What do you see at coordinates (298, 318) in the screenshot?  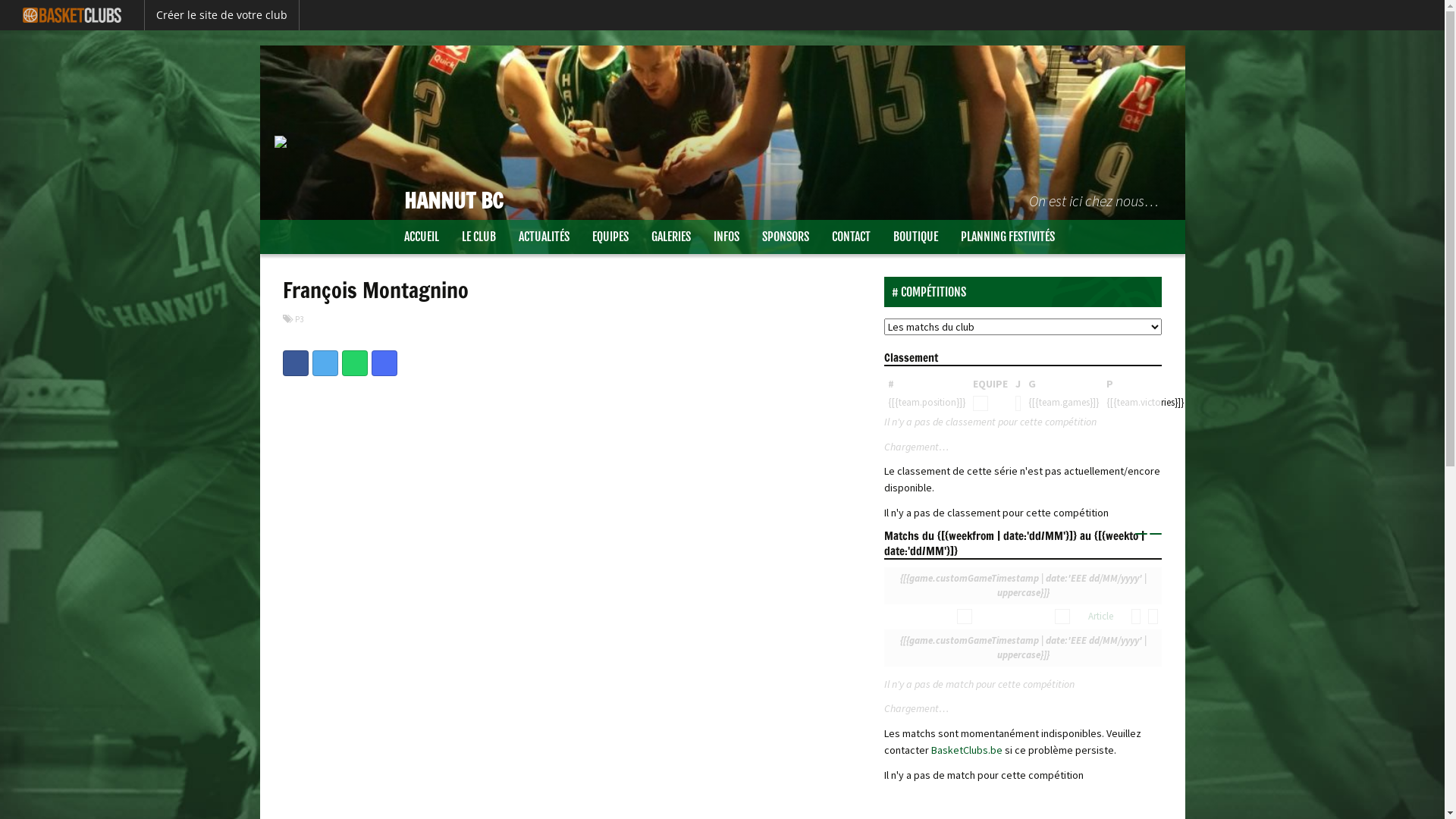 I see `'P3'` at bounding box center [298, 318].